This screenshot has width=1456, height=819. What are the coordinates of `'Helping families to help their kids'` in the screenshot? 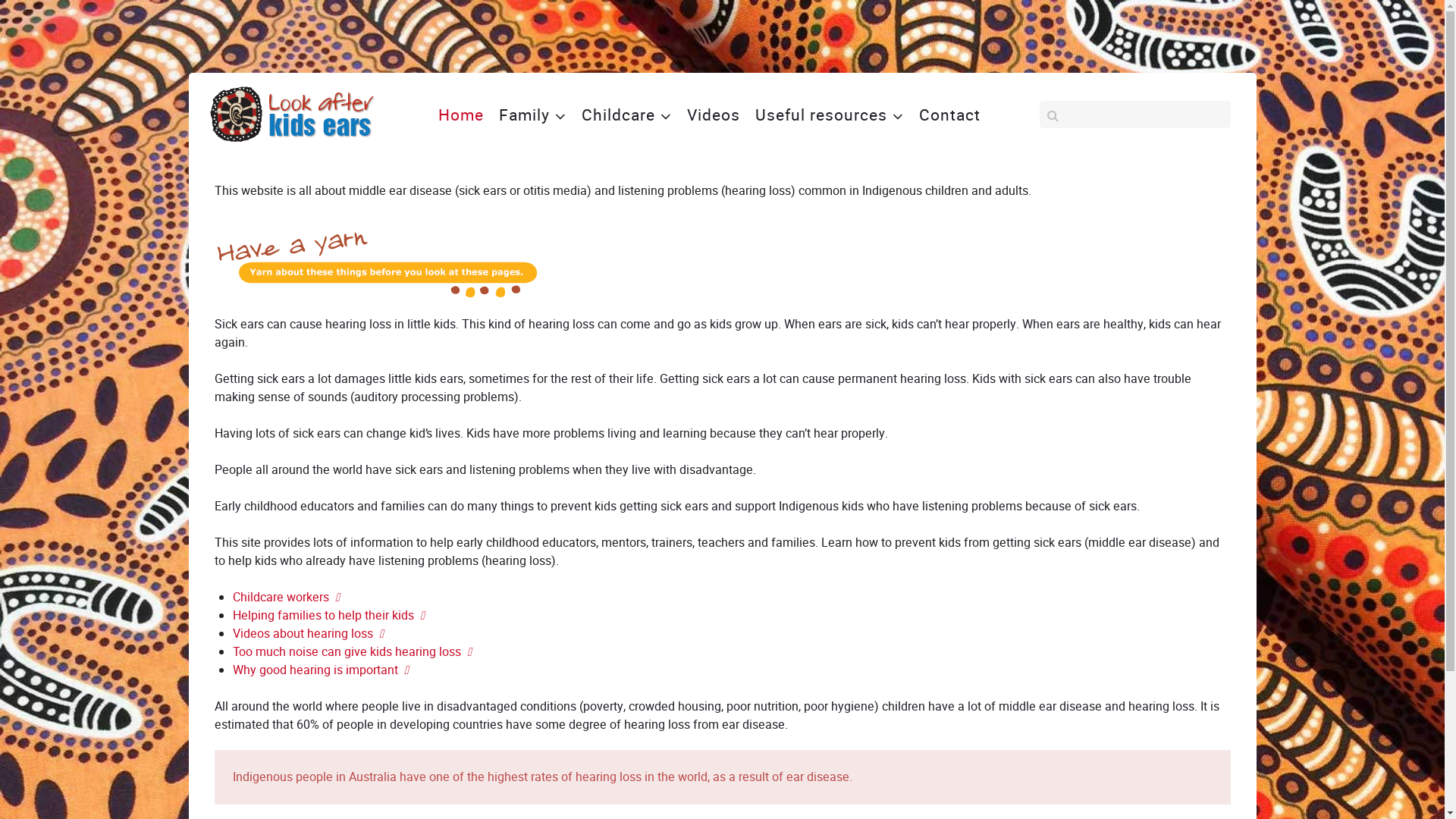 It's located at (327, 615).